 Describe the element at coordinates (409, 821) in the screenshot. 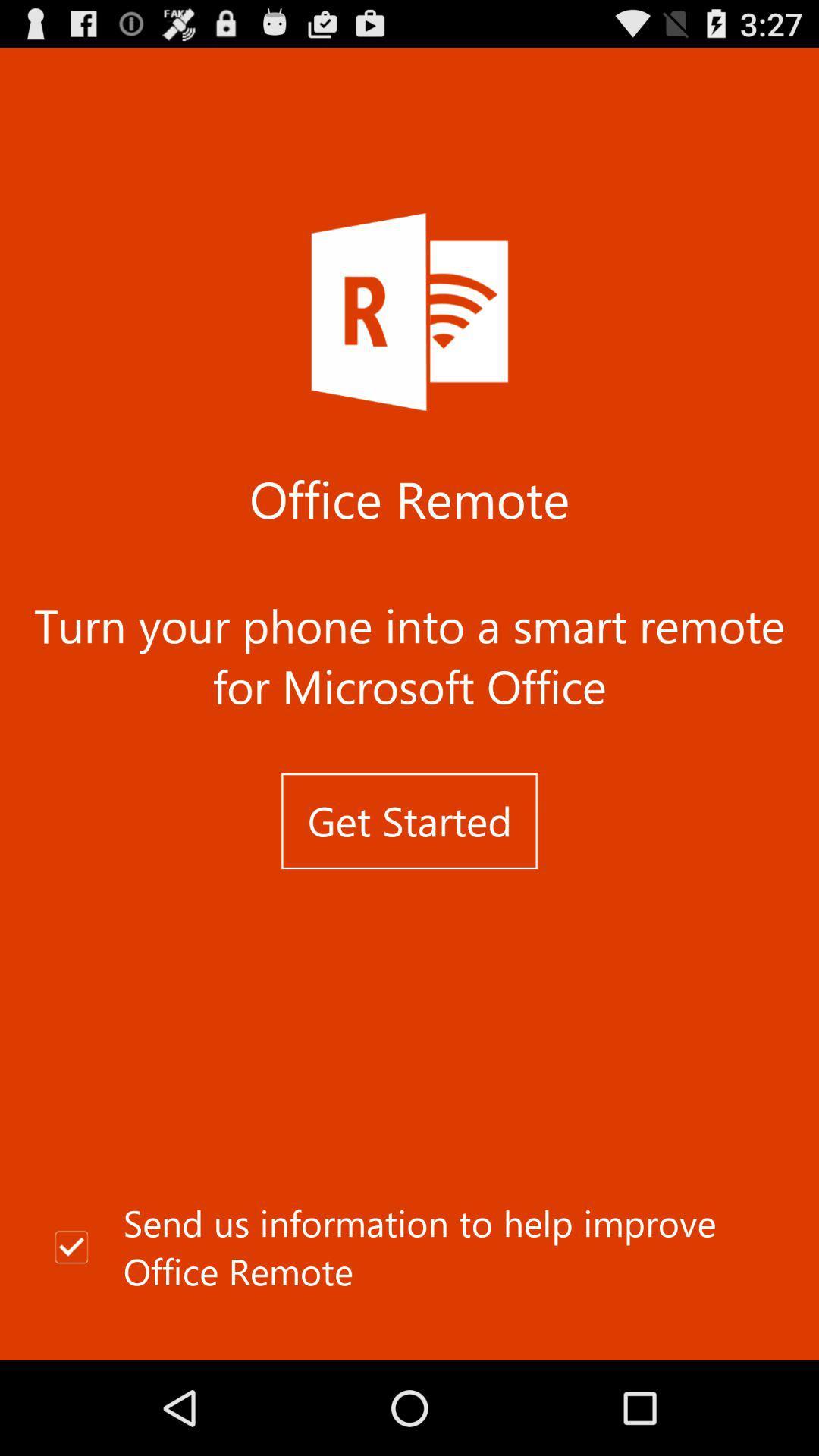

I see `the get started item` at that location.